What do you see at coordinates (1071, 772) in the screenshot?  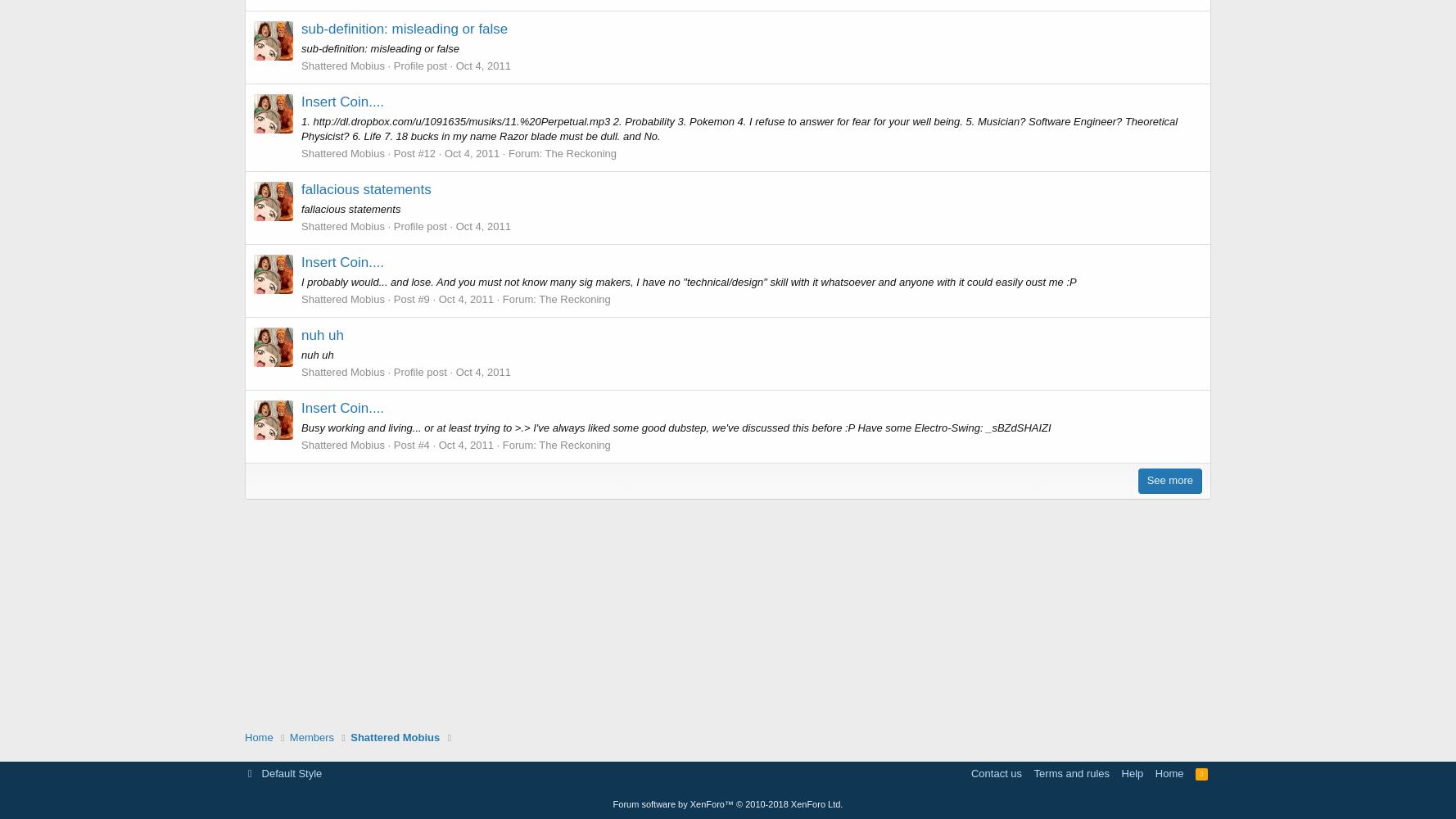 I see `'Terms and rules'` at bounding box center [1071, 772].